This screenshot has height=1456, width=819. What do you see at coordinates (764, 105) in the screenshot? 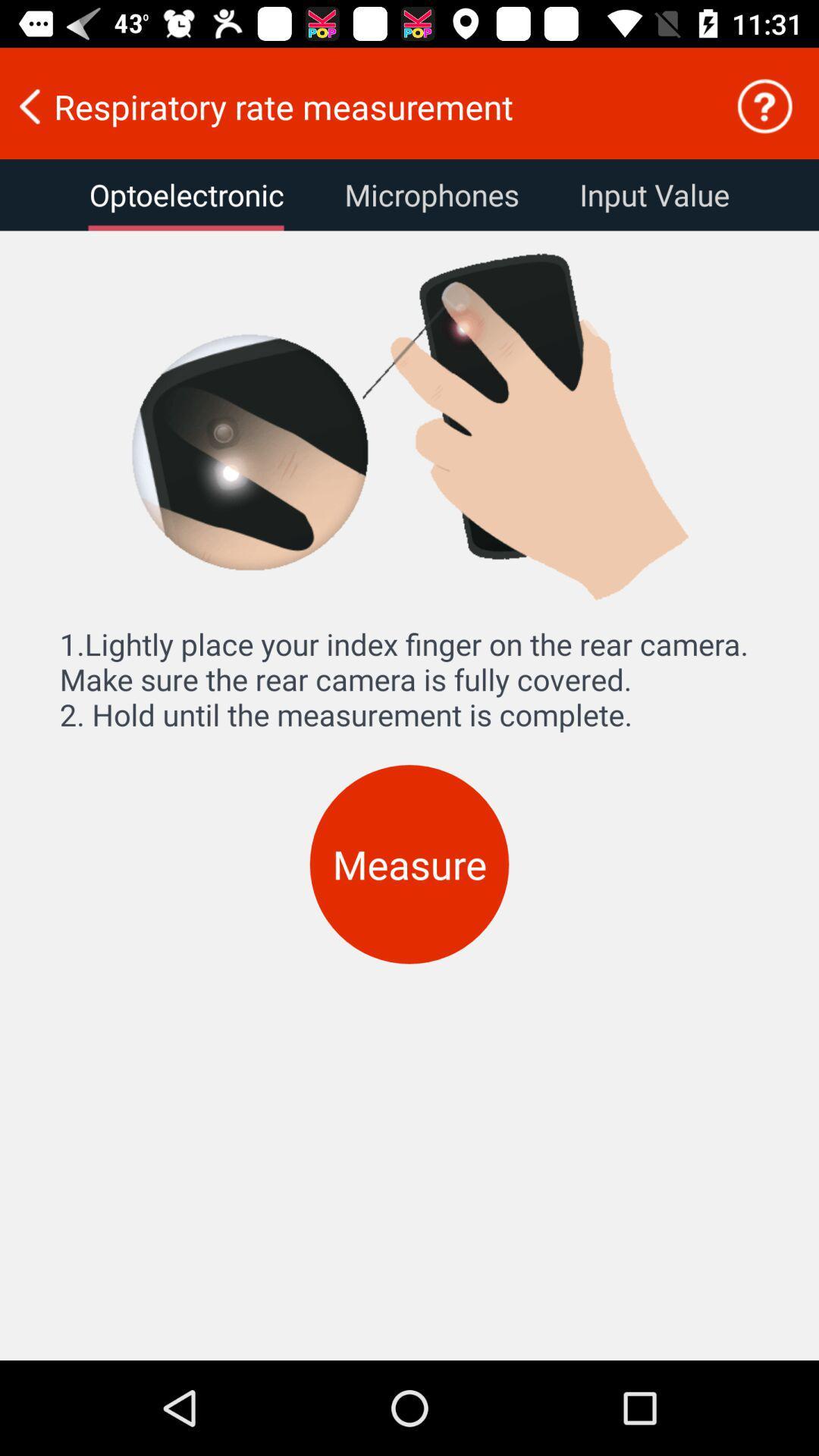
I see `question mark` at bounding box center [764, 105].